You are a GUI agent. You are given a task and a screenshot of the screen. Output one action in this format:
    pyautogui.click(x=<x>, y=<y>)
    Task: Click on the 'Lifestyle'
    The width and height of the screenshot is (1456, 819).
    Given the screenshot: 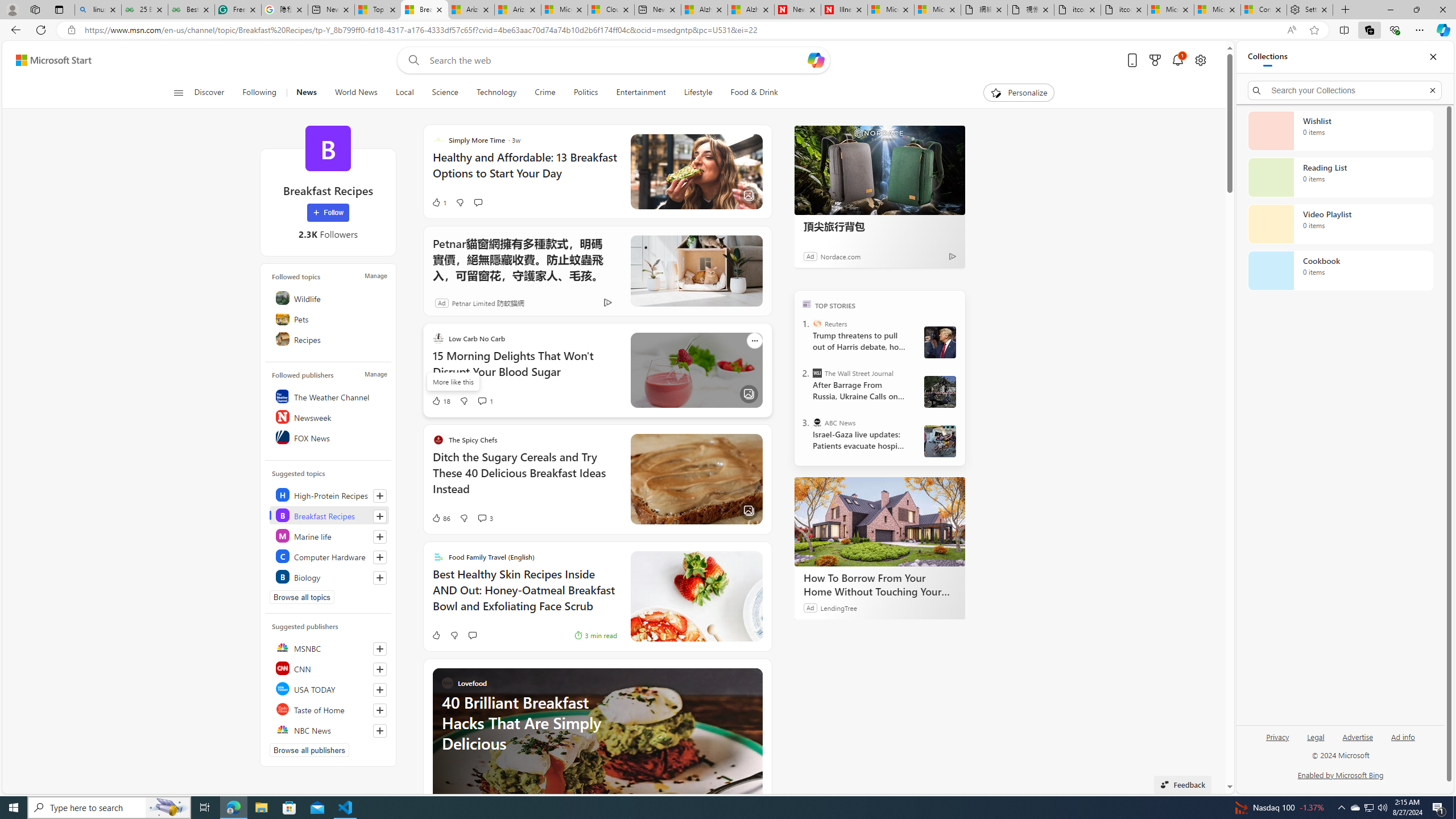 What is the action you would take?
    pyautogui.click(x=698, y=92)
    